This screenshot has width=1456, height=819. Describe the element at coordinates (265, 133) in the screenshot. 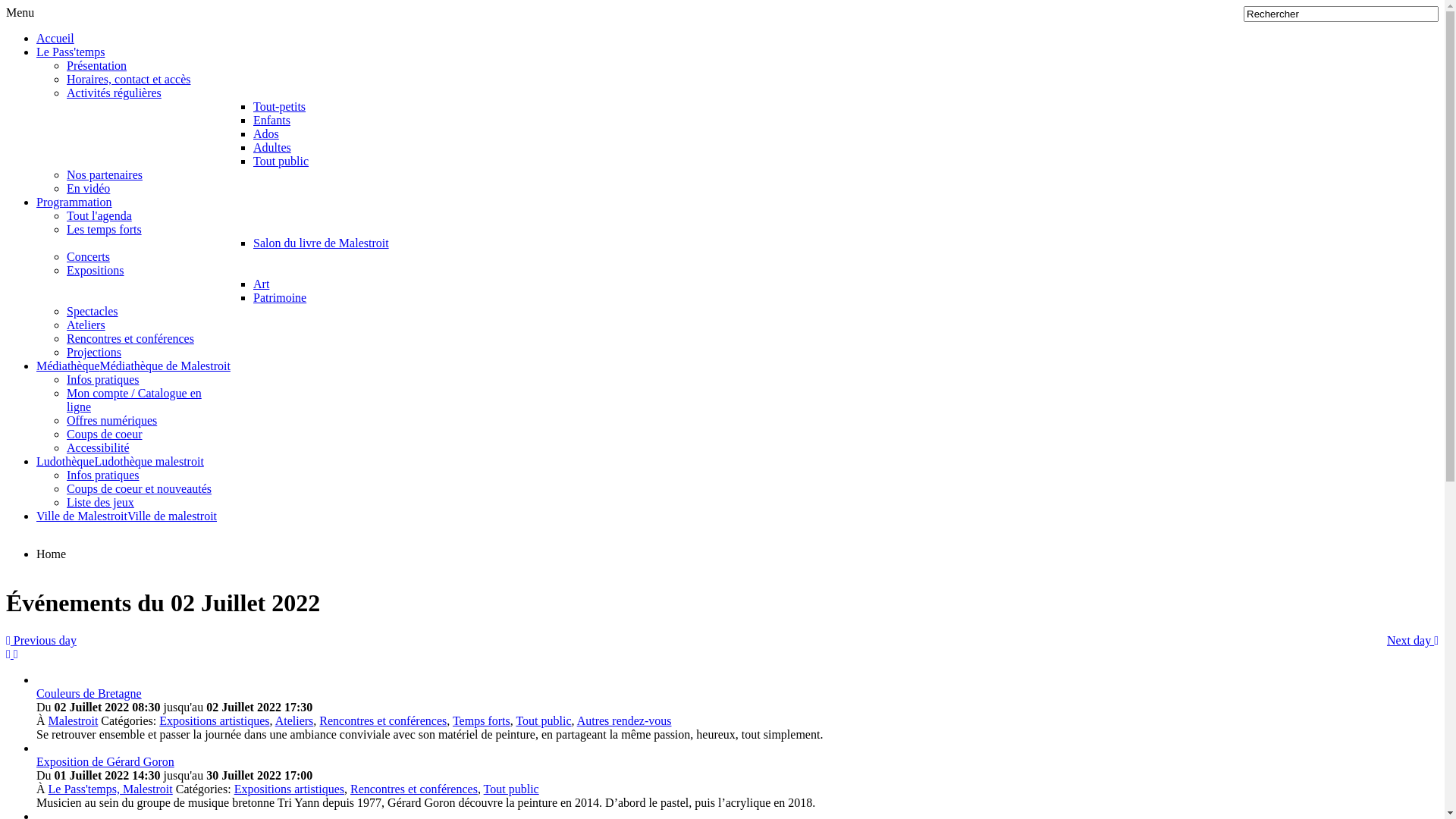

I see `'Ados'` at that location.